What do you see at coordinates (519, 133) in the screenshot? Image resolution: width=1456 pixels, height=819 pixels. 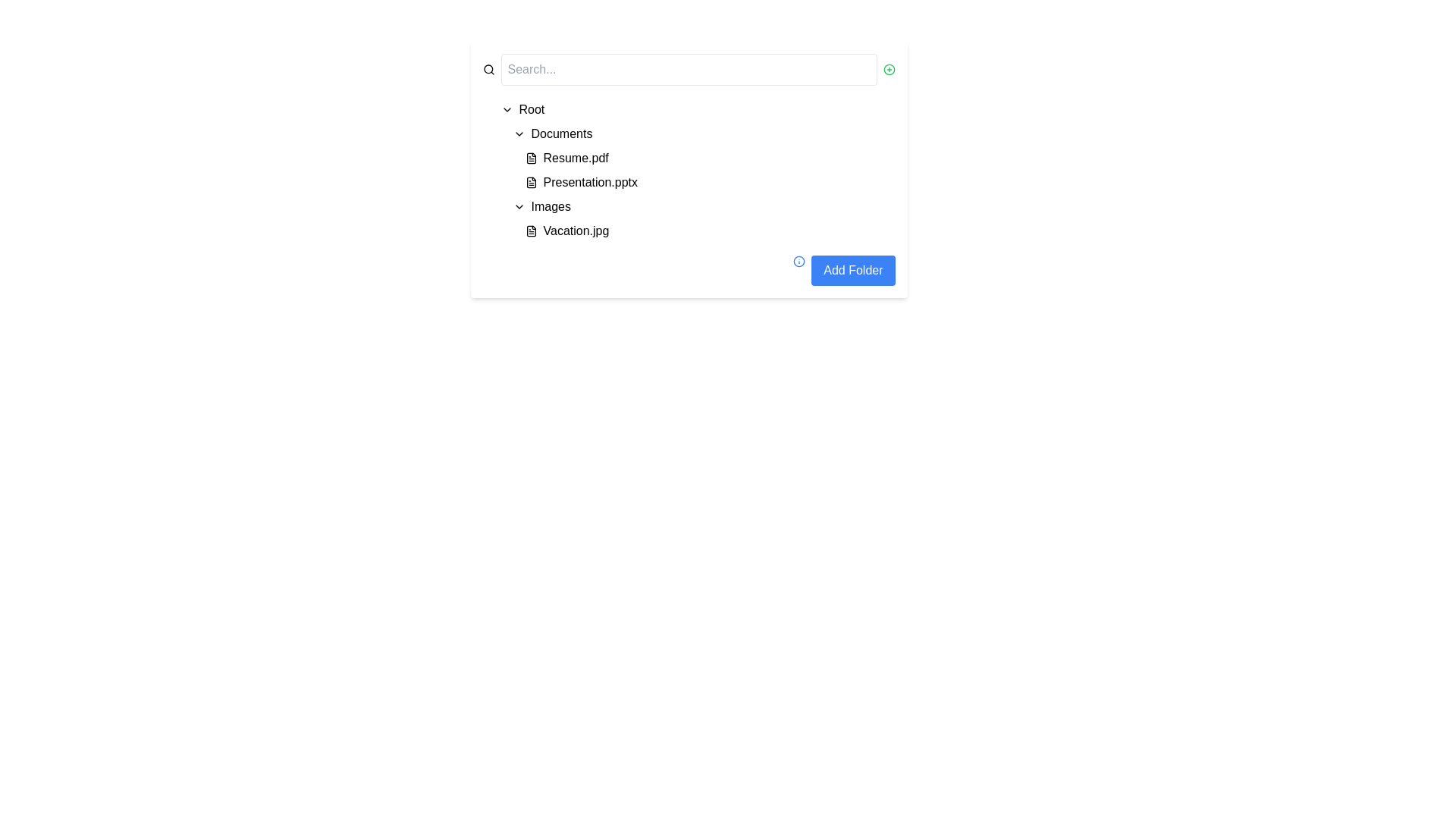 I see `the downward chevron icon located to the left of the 'Documents' text` at bounding box center [519, 133].